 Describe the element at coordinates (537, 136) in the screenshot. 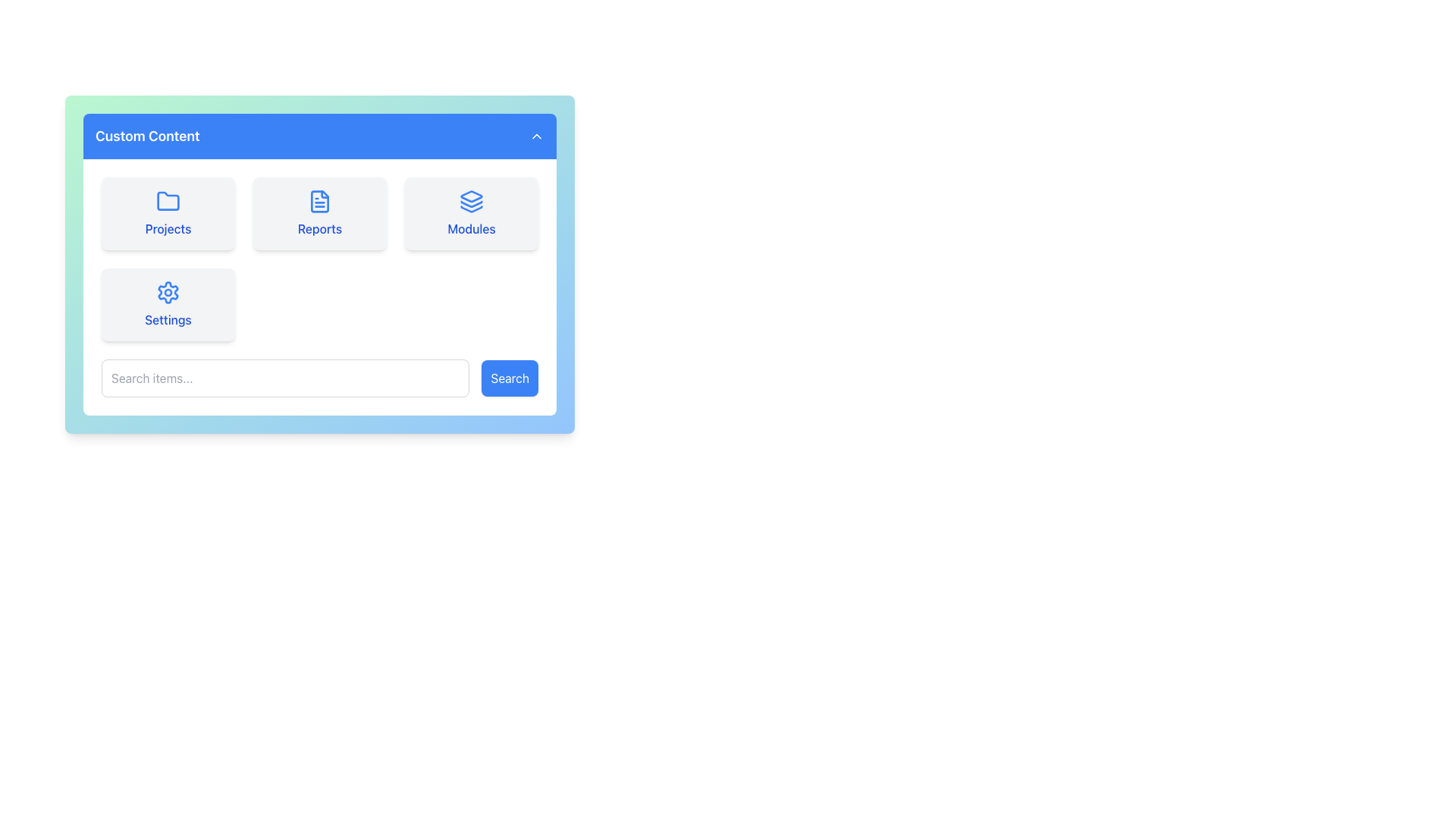

I see `the upward-facing chevron arrow button icon, which is embedded within the blue rectangular header of the 'Custom Content' component` at that location.